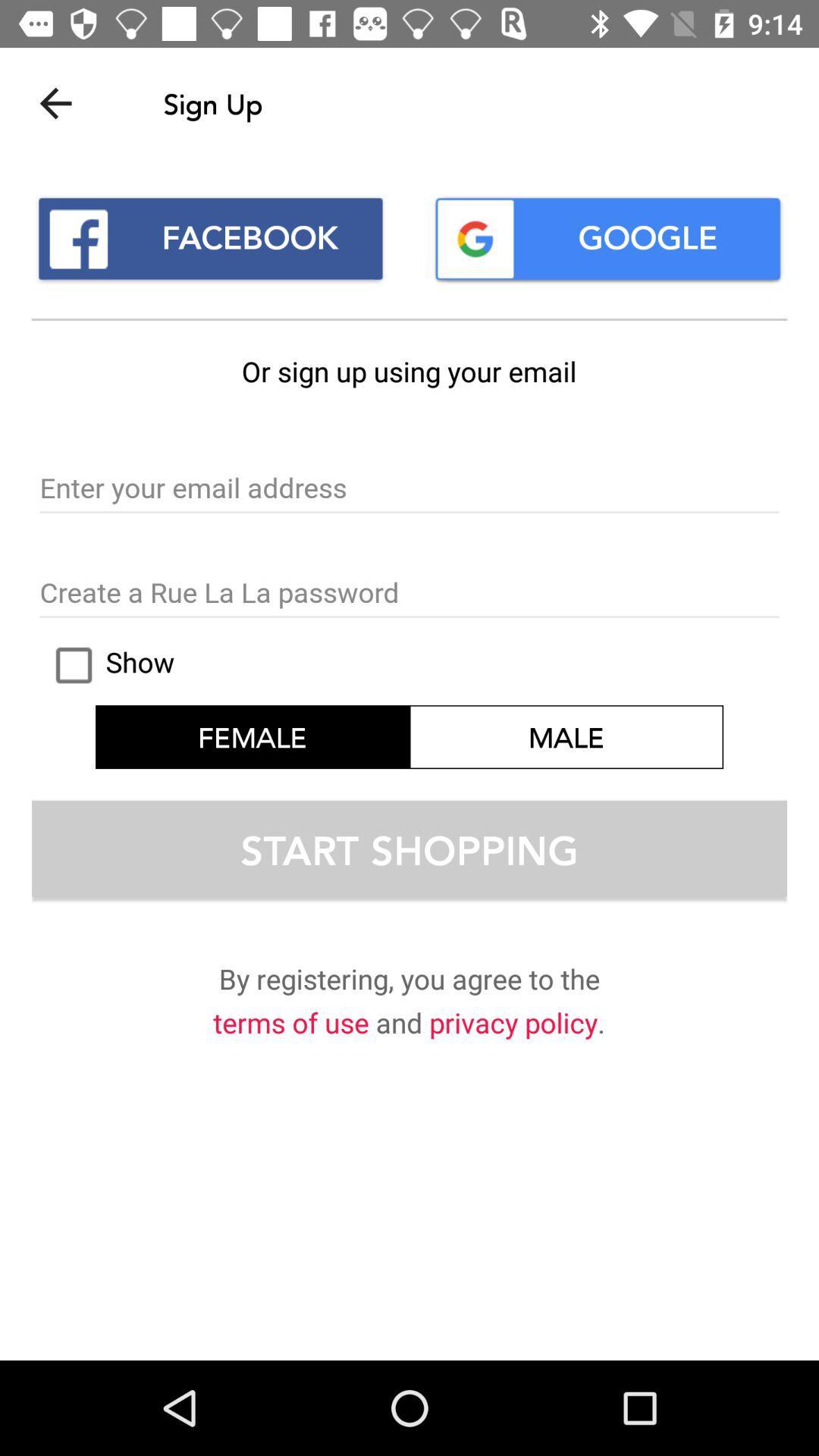 The image size is (819, 1456). Describe the element at coordinates (210, 238) in the screenshot. I see `facebook` at that location.